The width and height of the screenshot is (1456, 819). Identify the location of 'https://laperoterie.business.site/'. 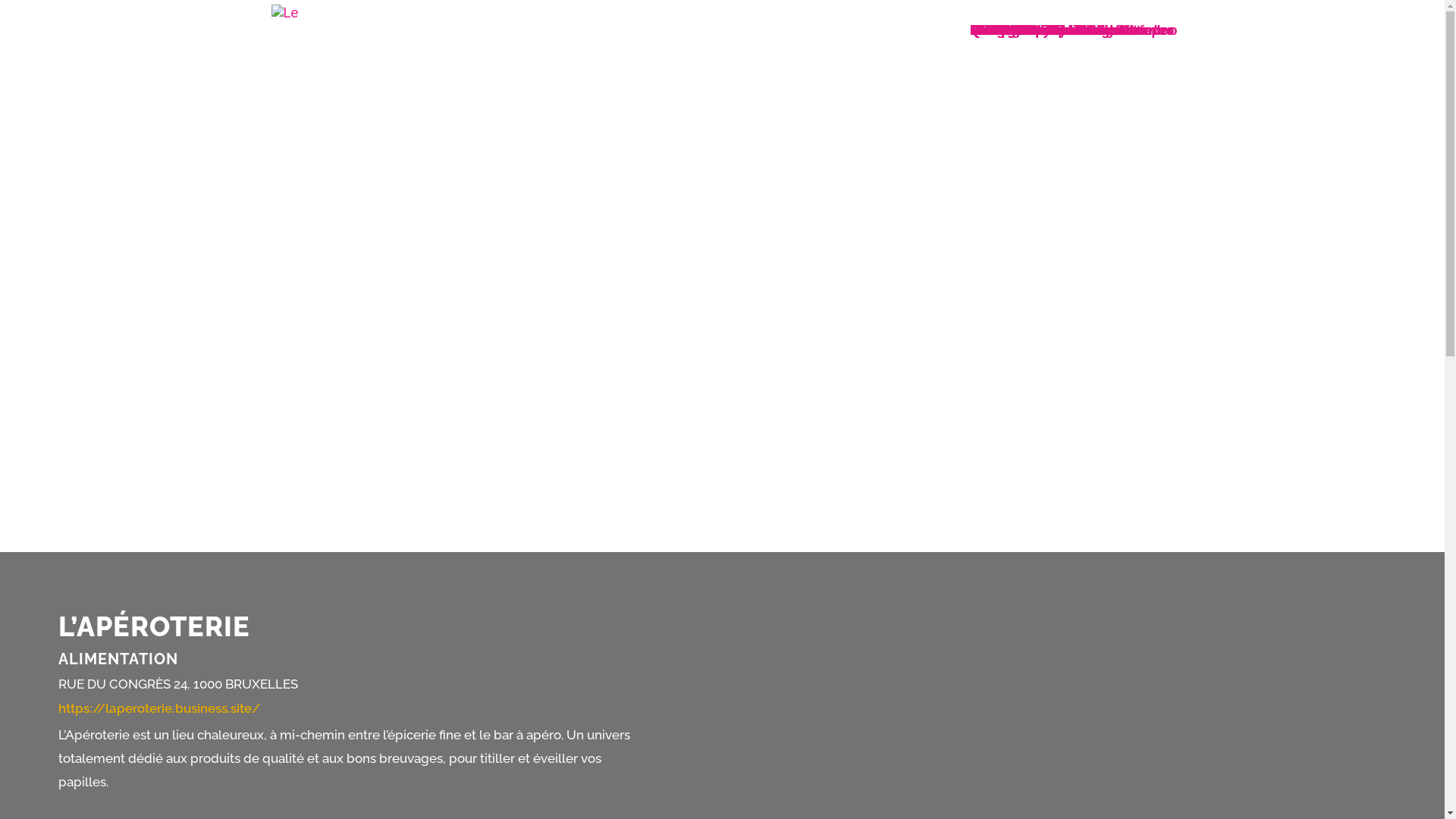
(159, 708).